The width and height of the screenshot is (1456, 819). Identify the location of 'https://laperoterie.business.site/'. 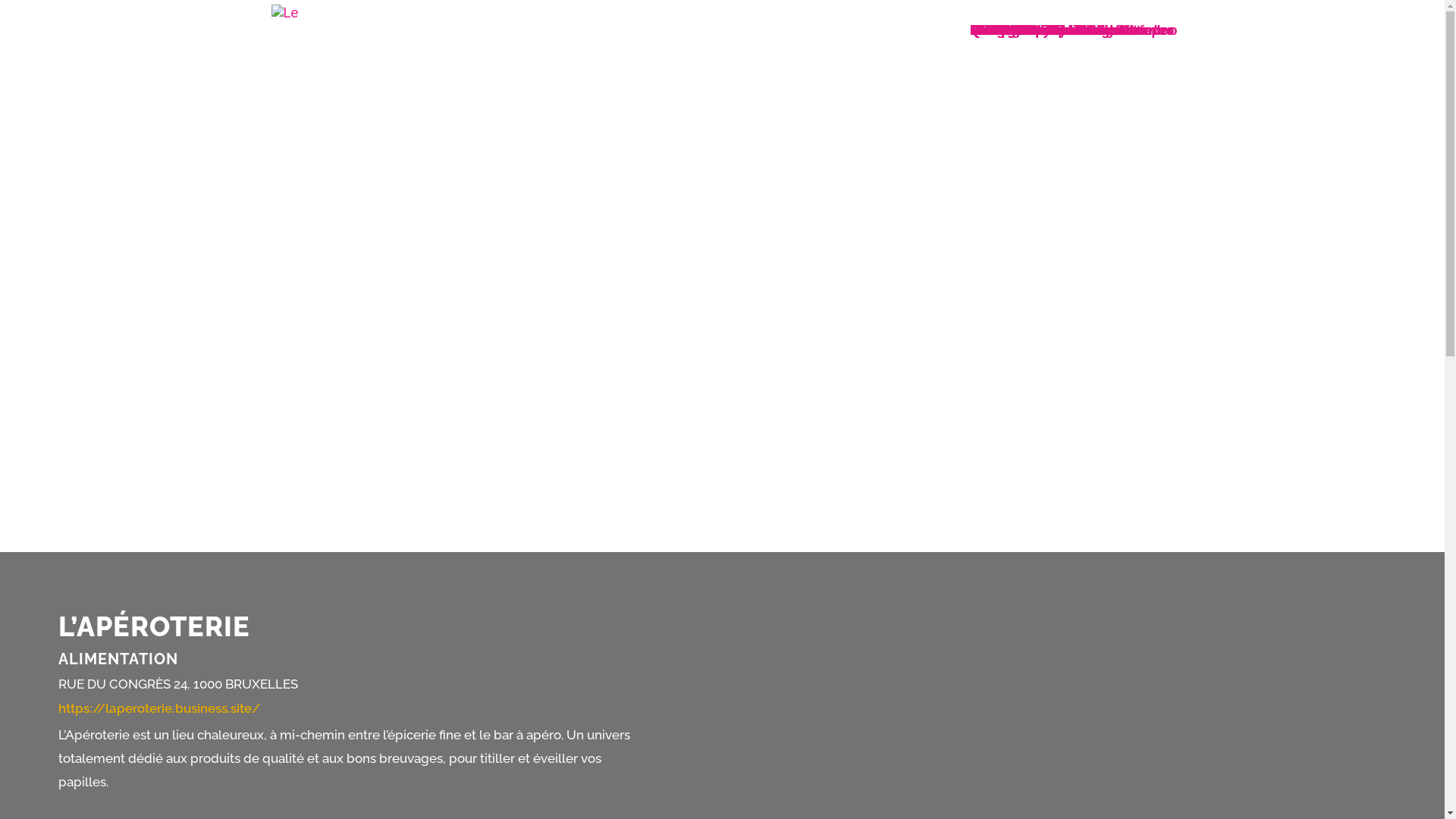
(159, 708).